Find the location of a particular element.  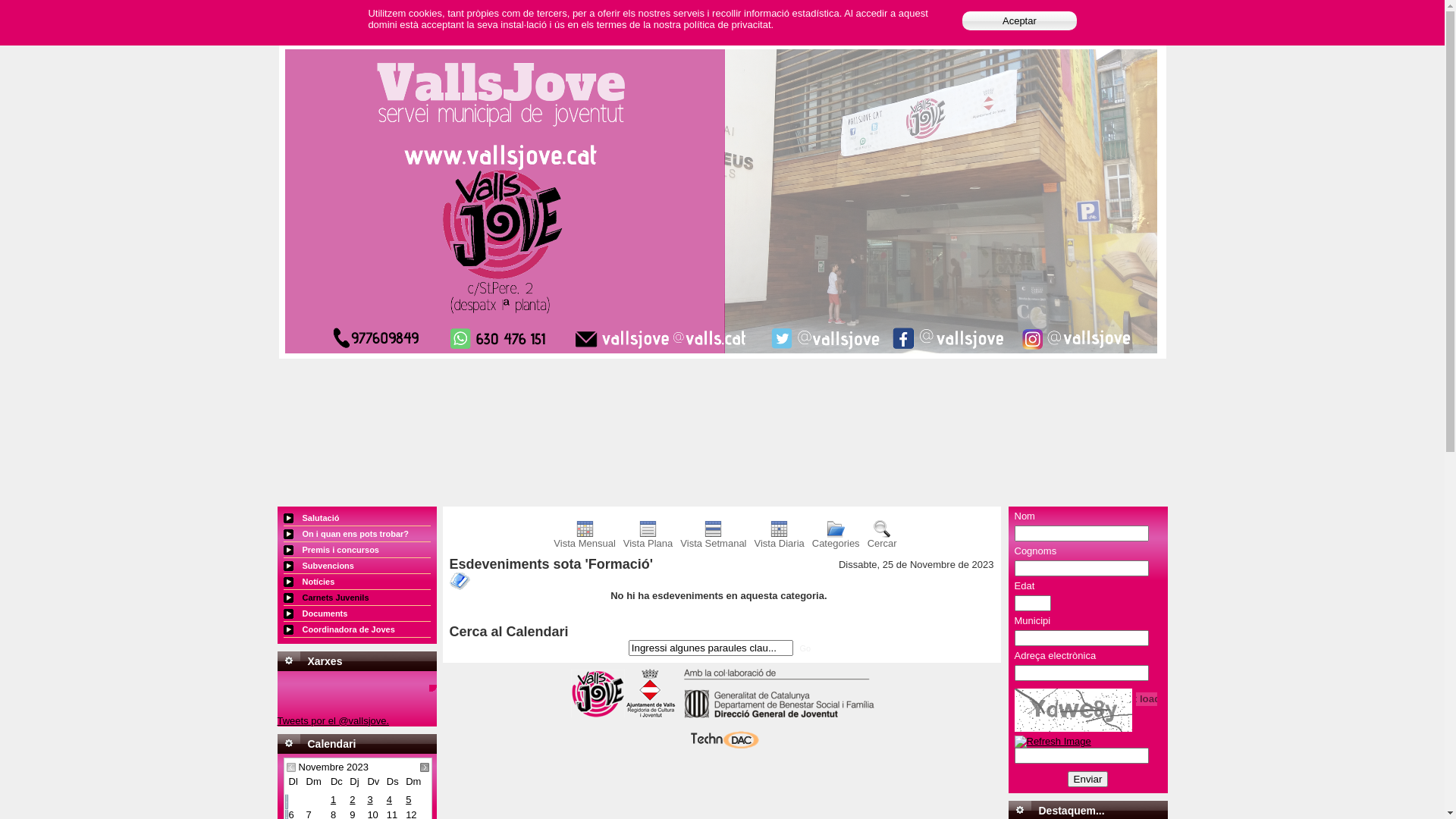

'4' is located at coordinates (386, 799).